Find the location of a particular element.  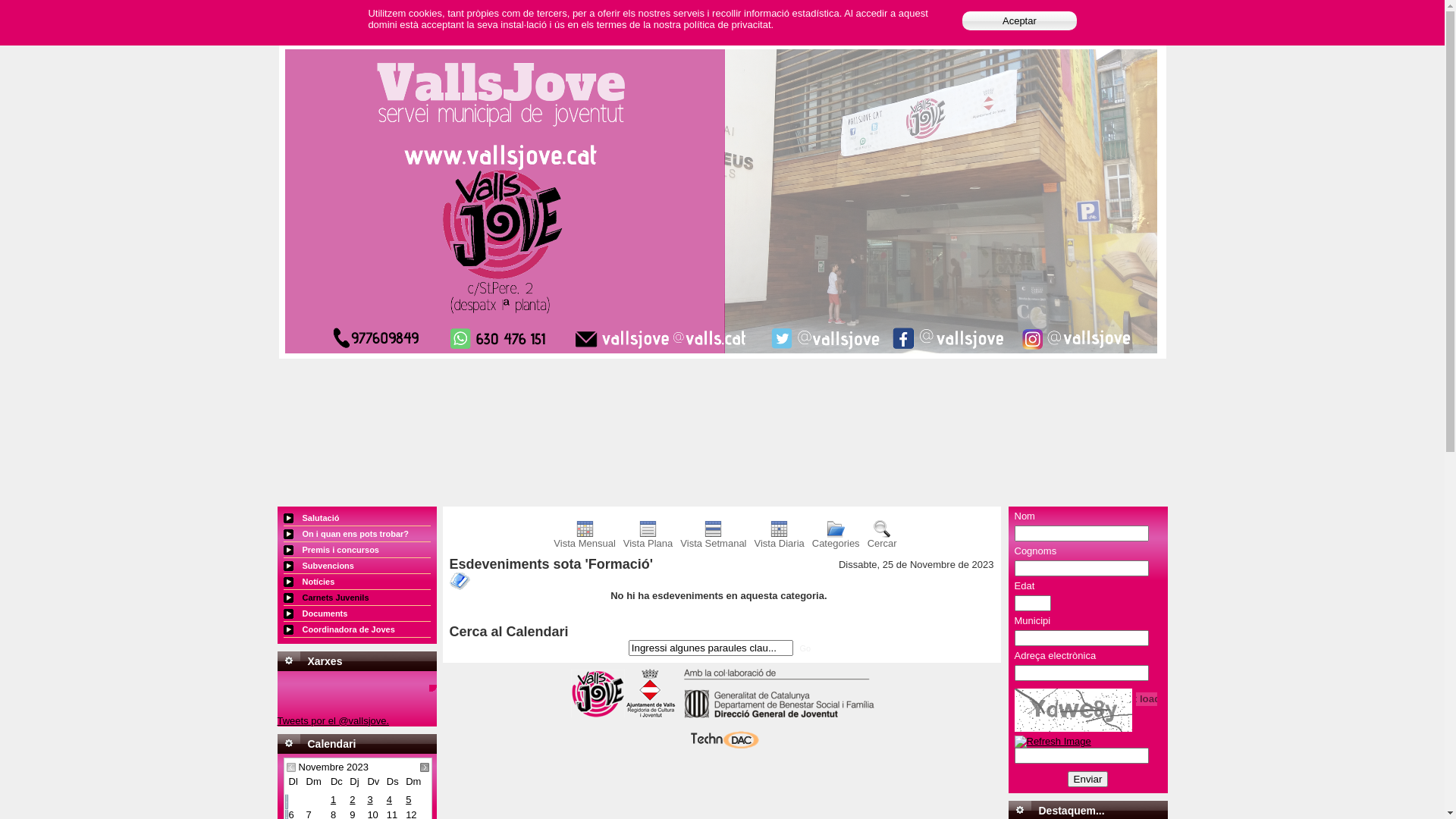

'4' is located at coordinates (386, 799).